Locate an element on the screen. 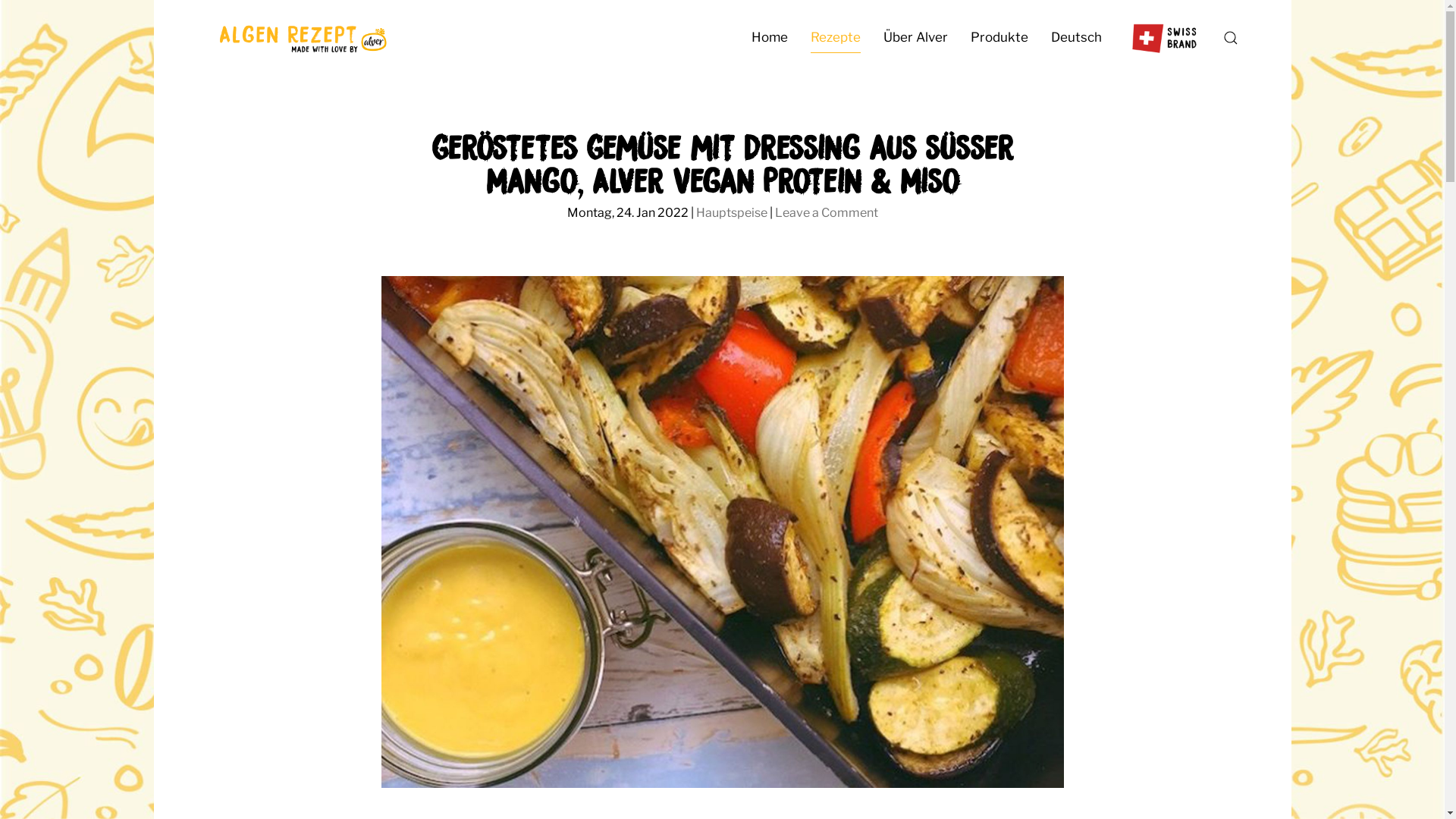 The width and height of the screenshot is (1456, 819). 'Deutsch' is located at coordinates (1075, 37).